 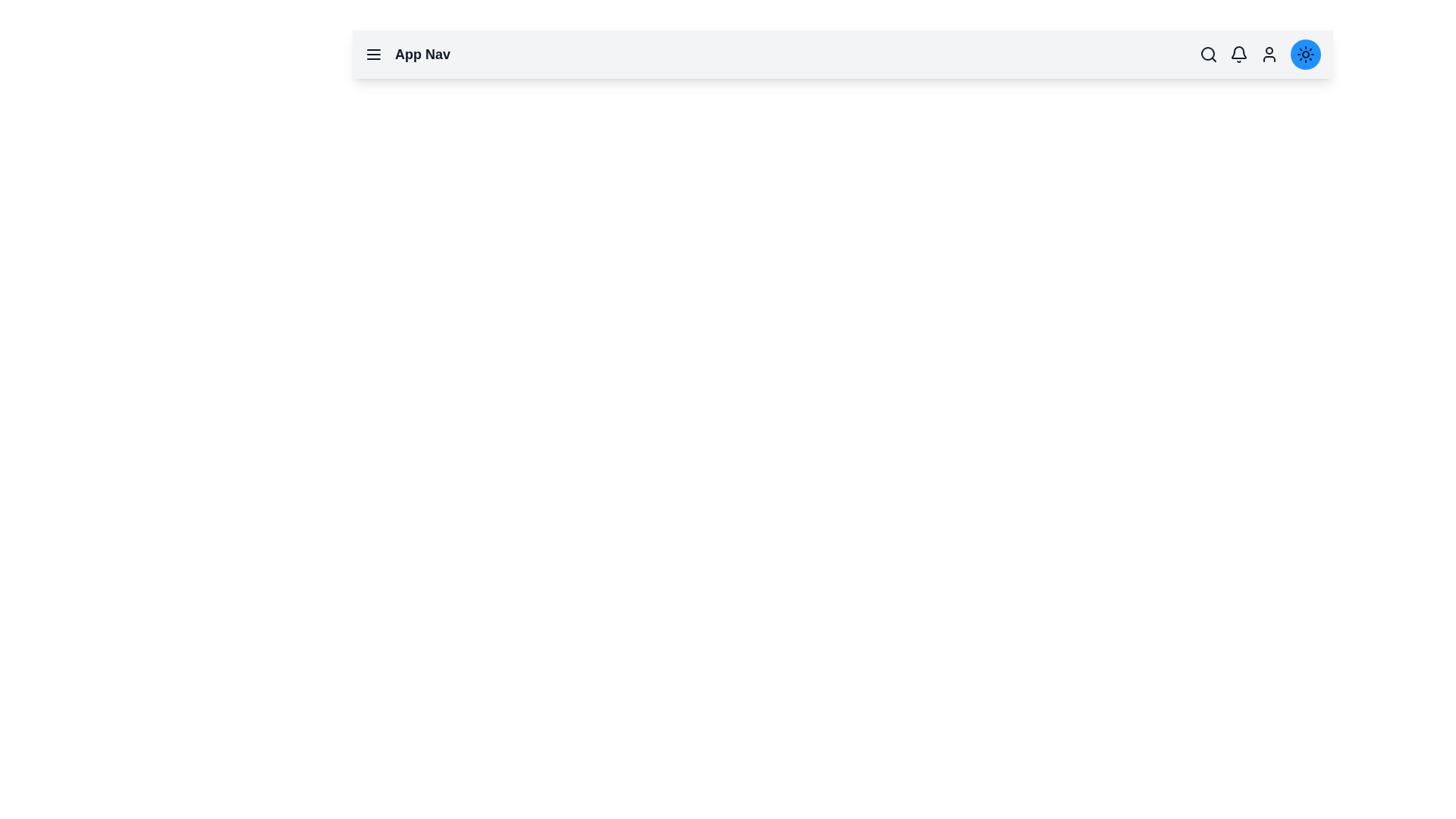 I want to click on the bell icon to view notifications, so click(x=1238, y=54).